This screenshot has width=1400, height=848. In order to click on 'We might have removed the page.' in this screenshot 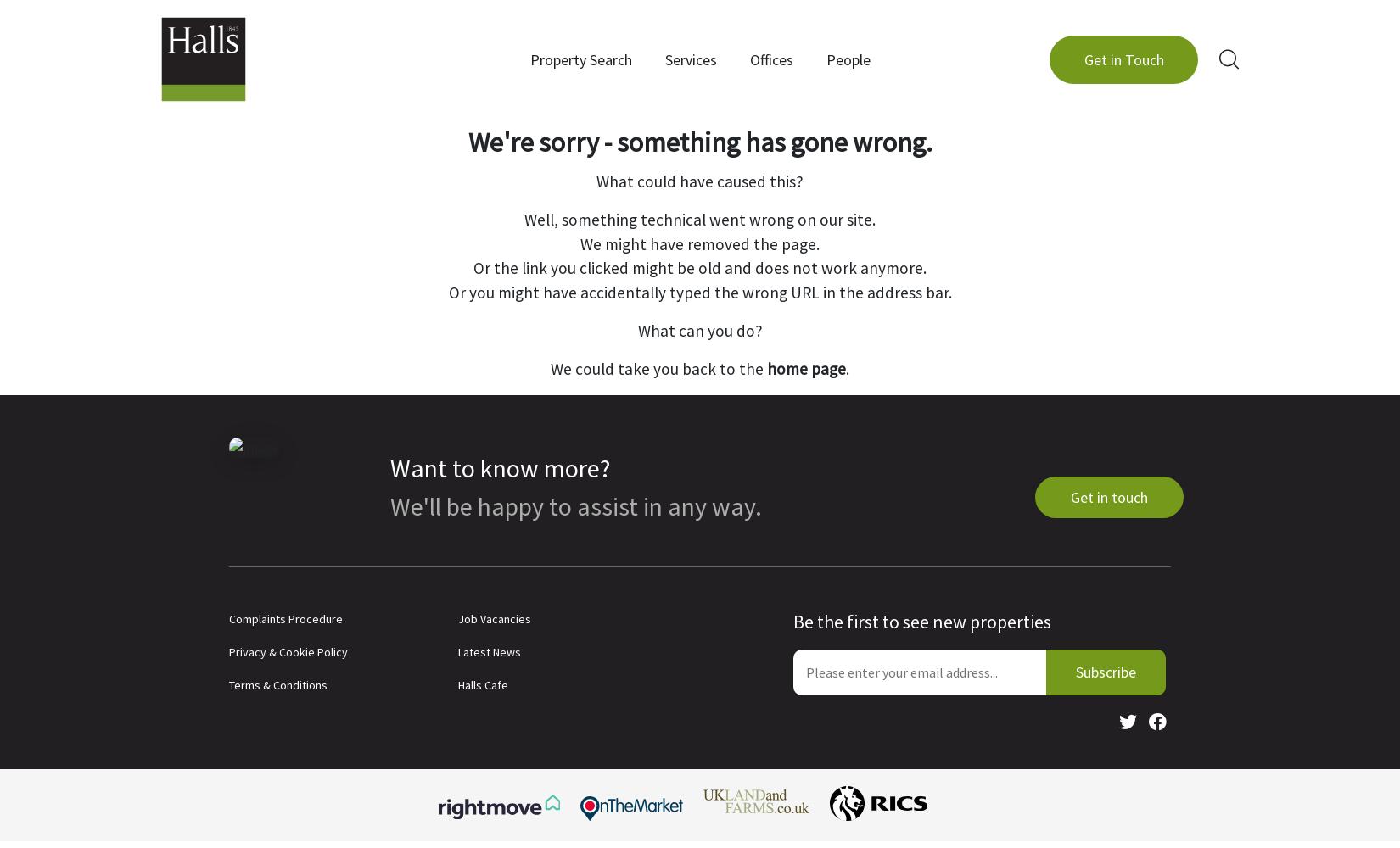, I will do `click(700, 243)`.